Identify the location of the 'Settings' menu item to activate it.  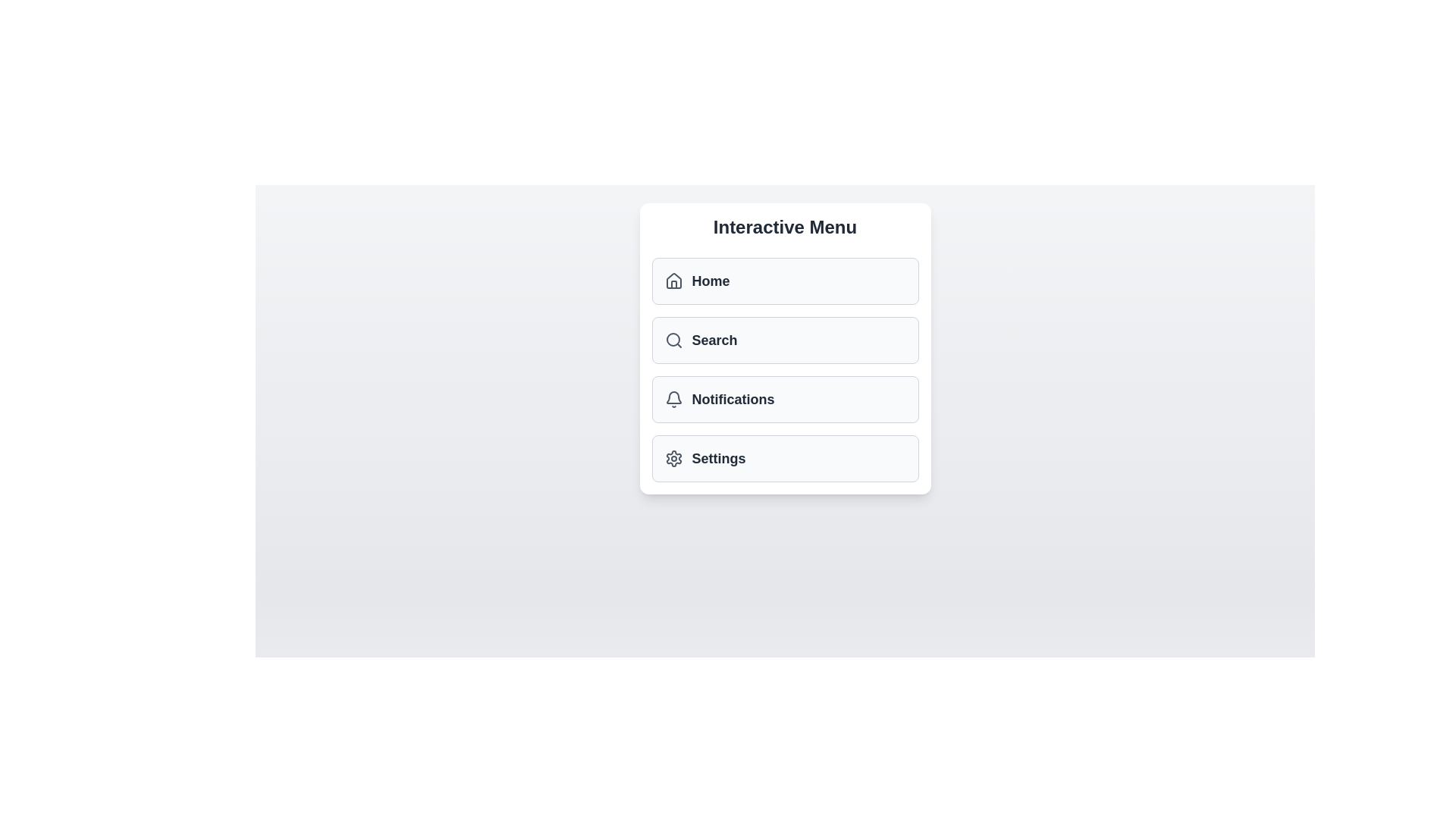
(785, 458).